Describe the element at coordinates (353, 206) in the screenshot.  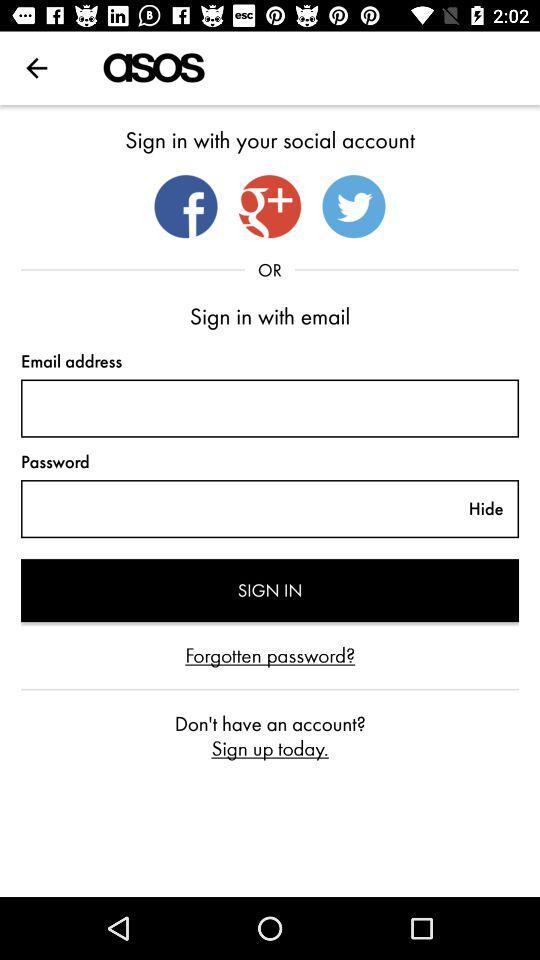
I see `twitter page` at that location.